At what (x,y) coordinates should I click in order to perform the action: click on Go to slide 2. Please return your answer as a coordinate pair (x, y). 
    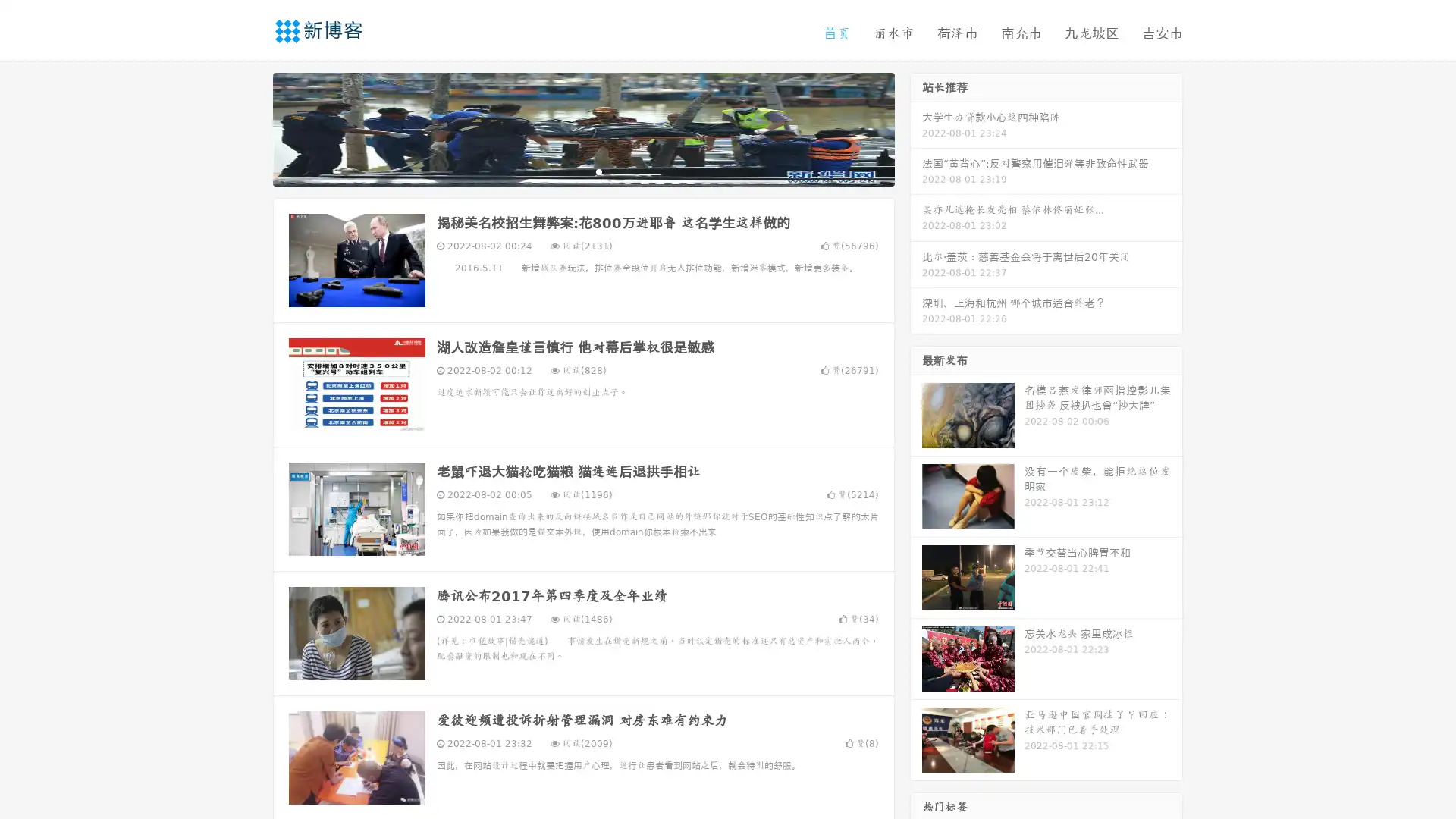
    Looking at the image, I should click on (582, 171).